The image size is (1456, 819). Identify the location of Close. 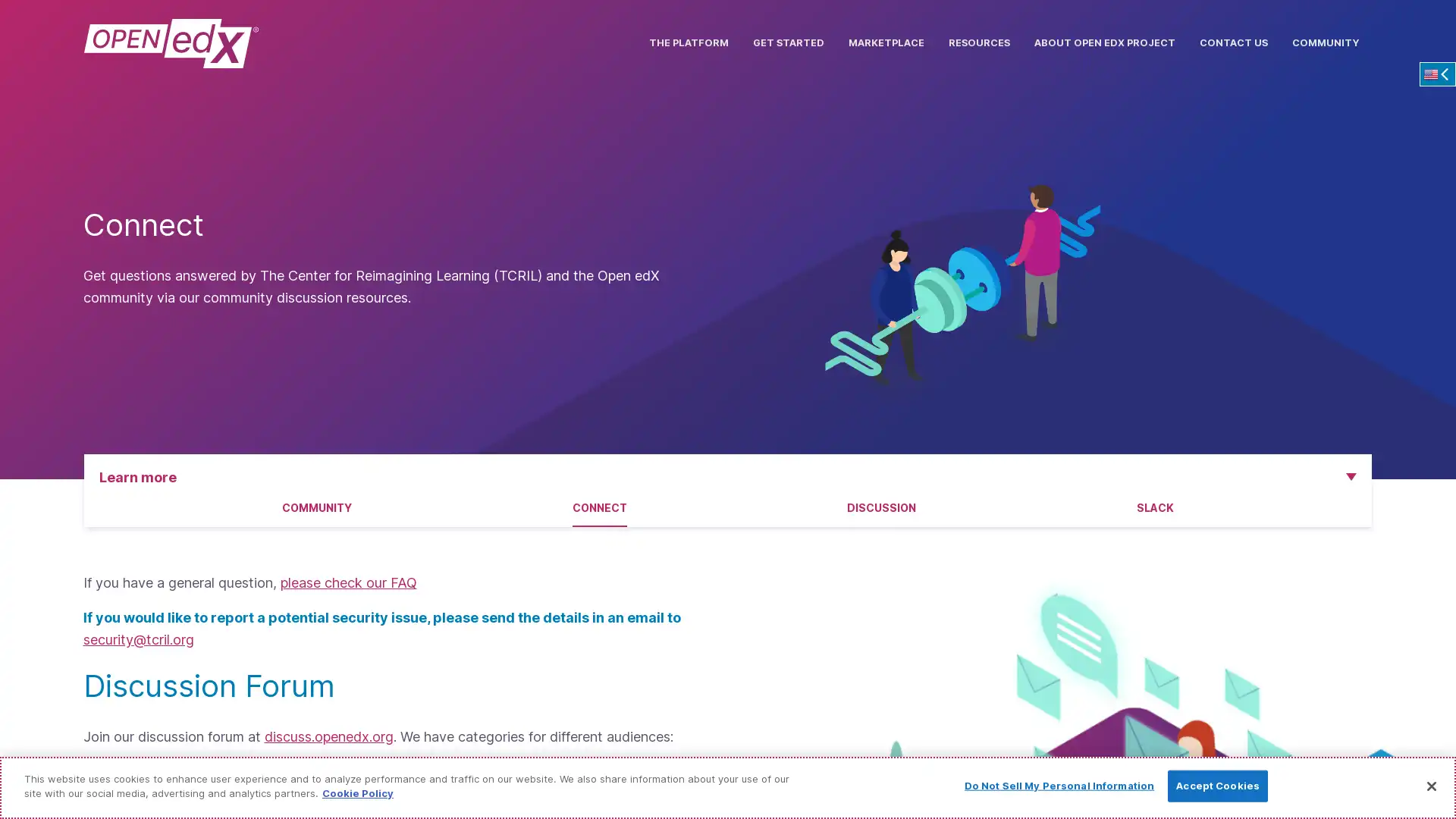
(1430, 785).